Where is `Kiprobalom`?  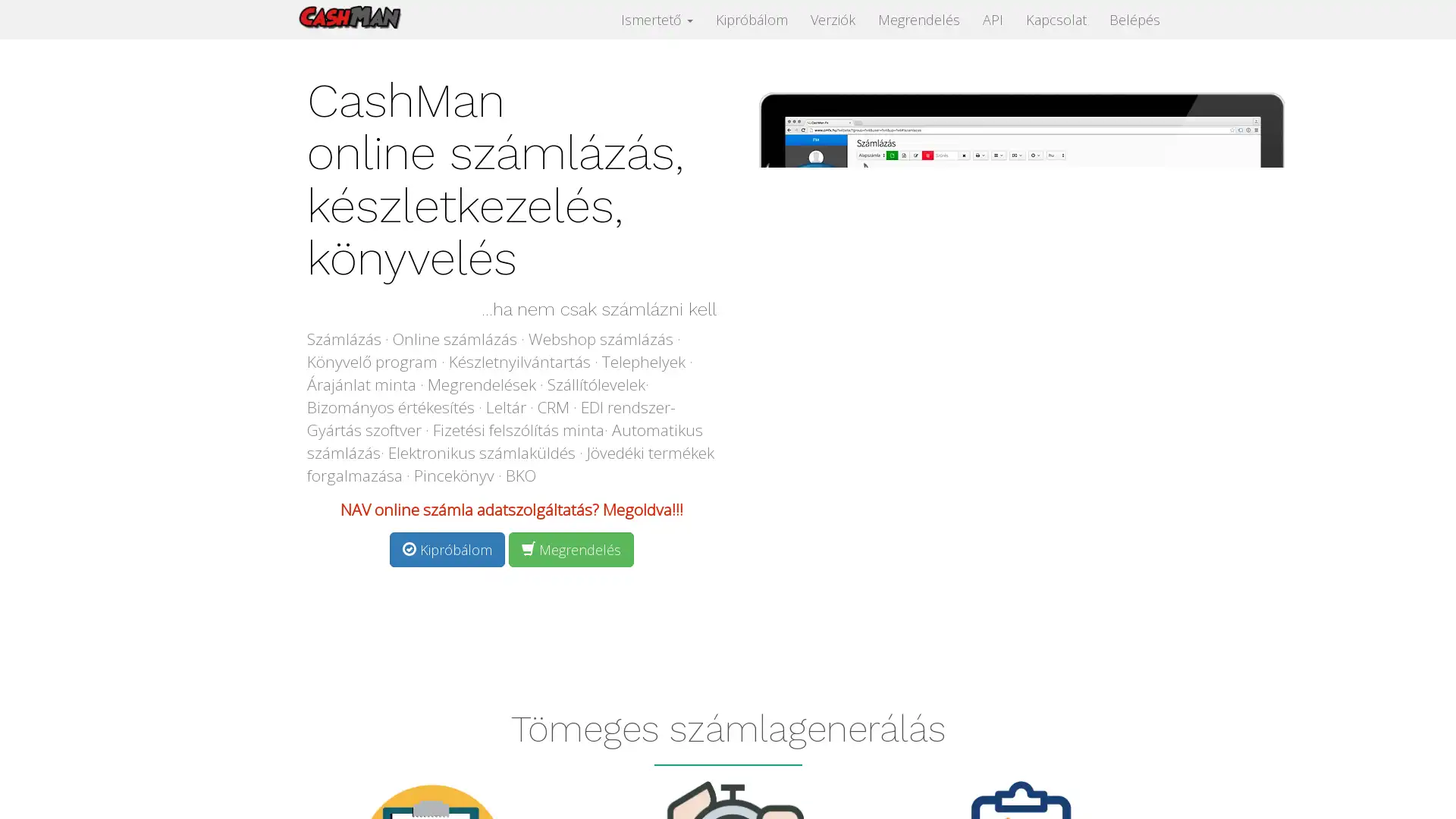
Kiprobalom is located at coordinates (447, 549).